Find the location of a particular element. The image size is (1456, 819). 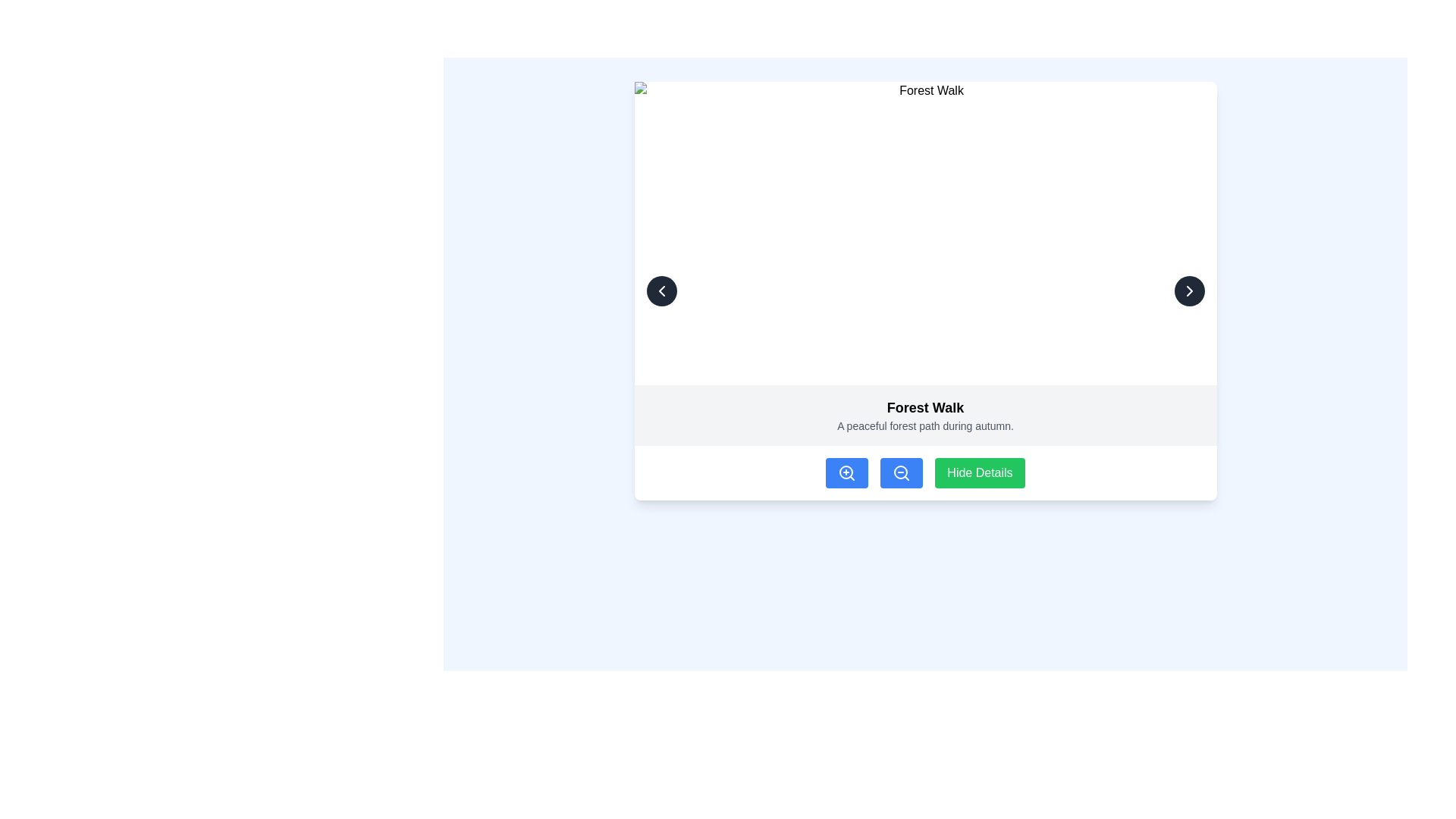

the 'Hide Details' button, which is a green button with white text located at the lower section of the interface, to the right of two blue buttons is located at coordinates (924, 472).